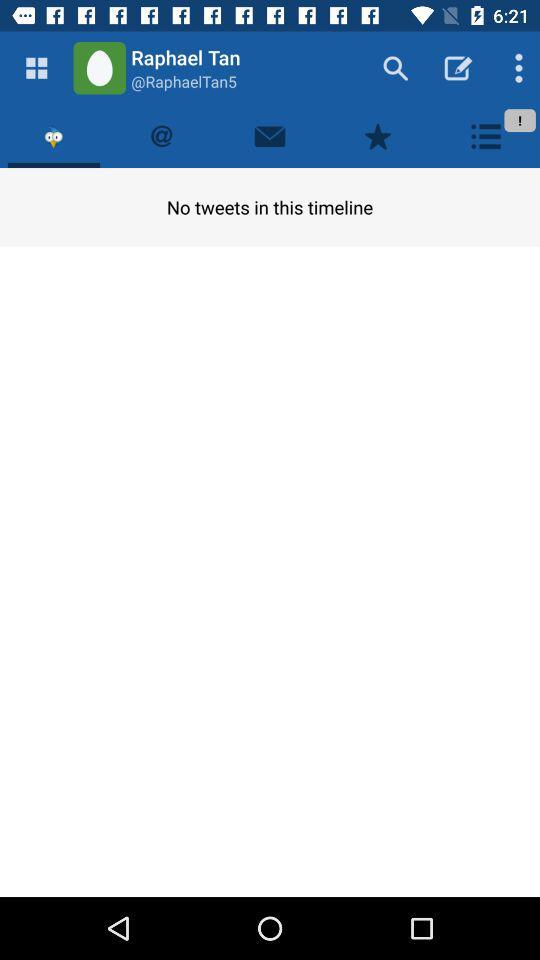  What do you see at coordinates (54, 135) in the screenshot?
I see `item above no tweets in item` at bounding box center [54, 135].